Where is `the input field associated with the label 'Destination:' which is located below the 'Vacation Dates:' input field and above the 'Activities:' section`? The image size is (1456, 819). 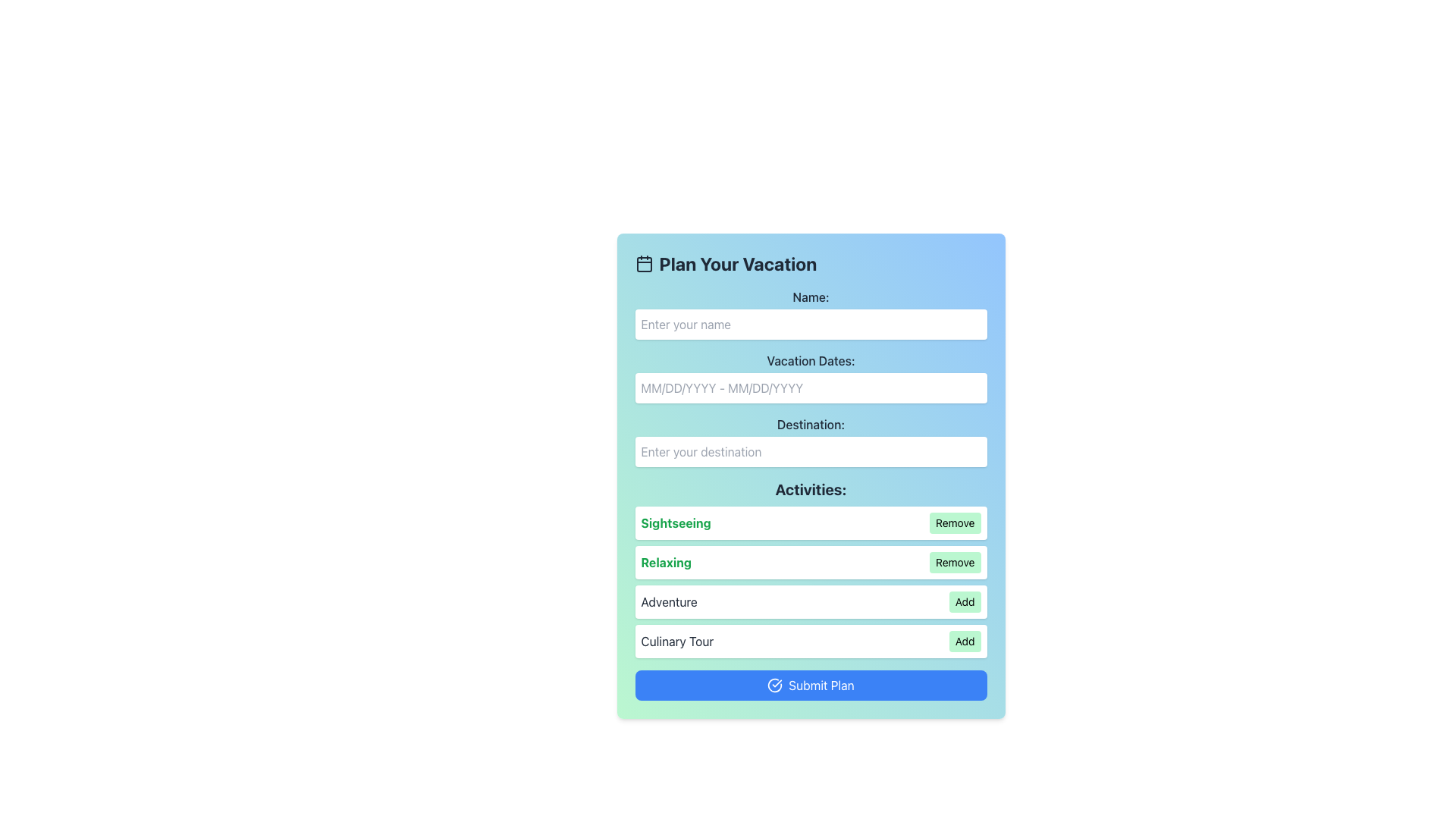 the input field associated with the label 'Destination:' which is located below the 'Vacation Dates:' input field and above the 'Activities:' section is located at coordinates (810, 441).